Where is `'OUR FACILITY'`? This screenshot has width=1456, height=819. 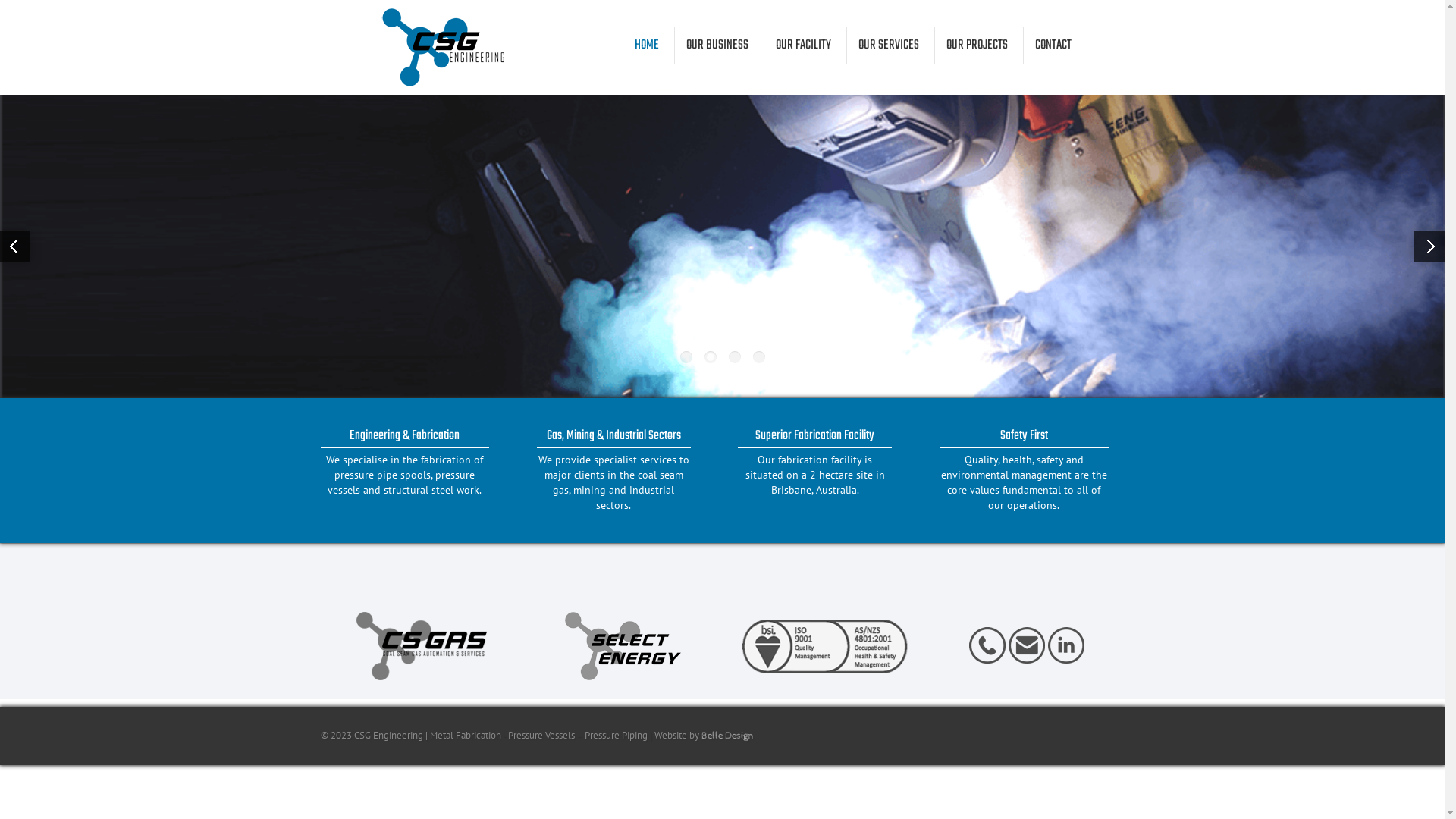
'OUR FACILITY' is located at coordinates (802, 45).